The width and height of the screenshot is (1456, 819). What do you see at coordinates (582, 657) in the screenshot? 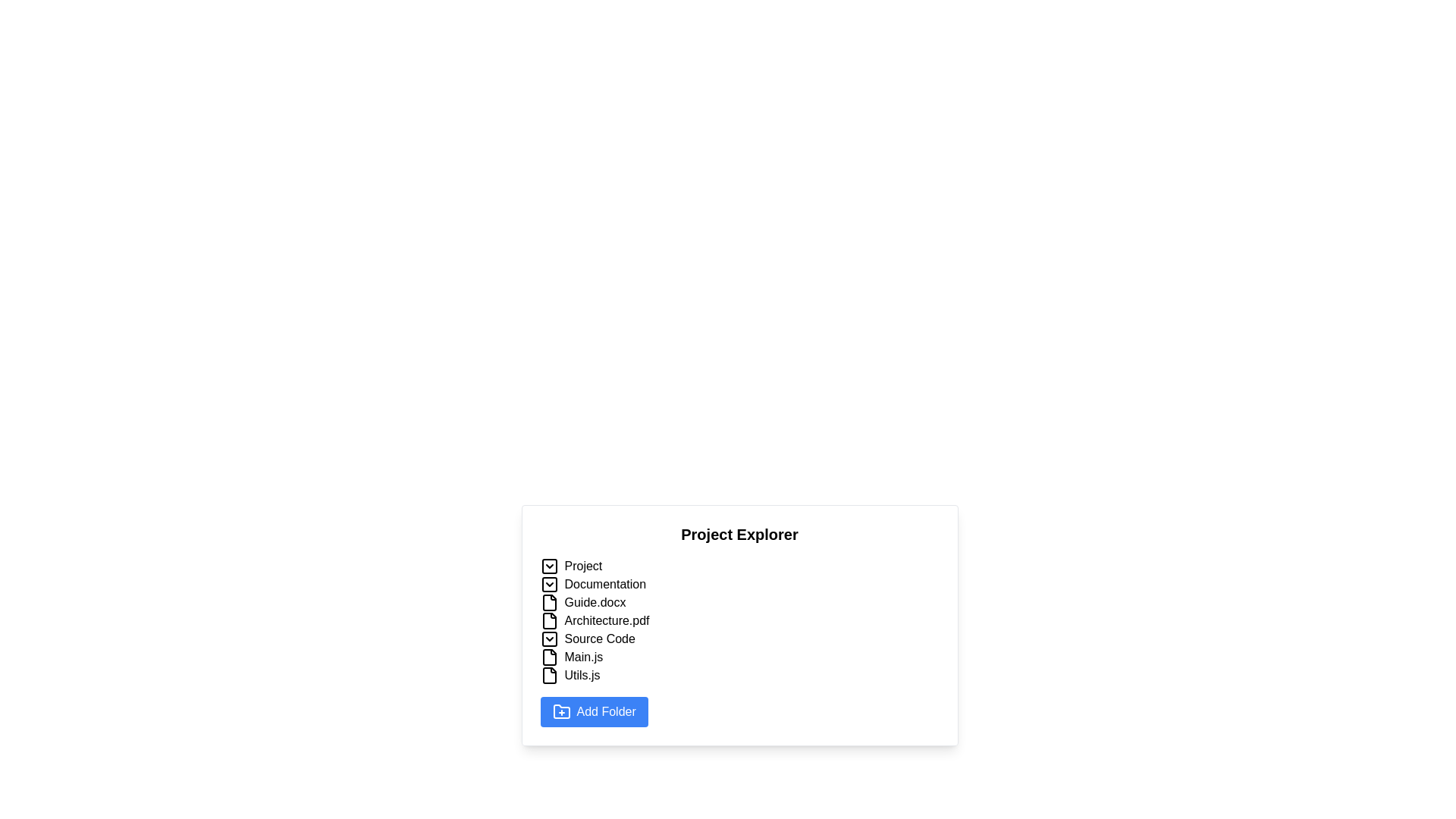
I see `the file named 'Main.js' located in the file tree structure under 'Source Code'` at bounding box center [582, 657].